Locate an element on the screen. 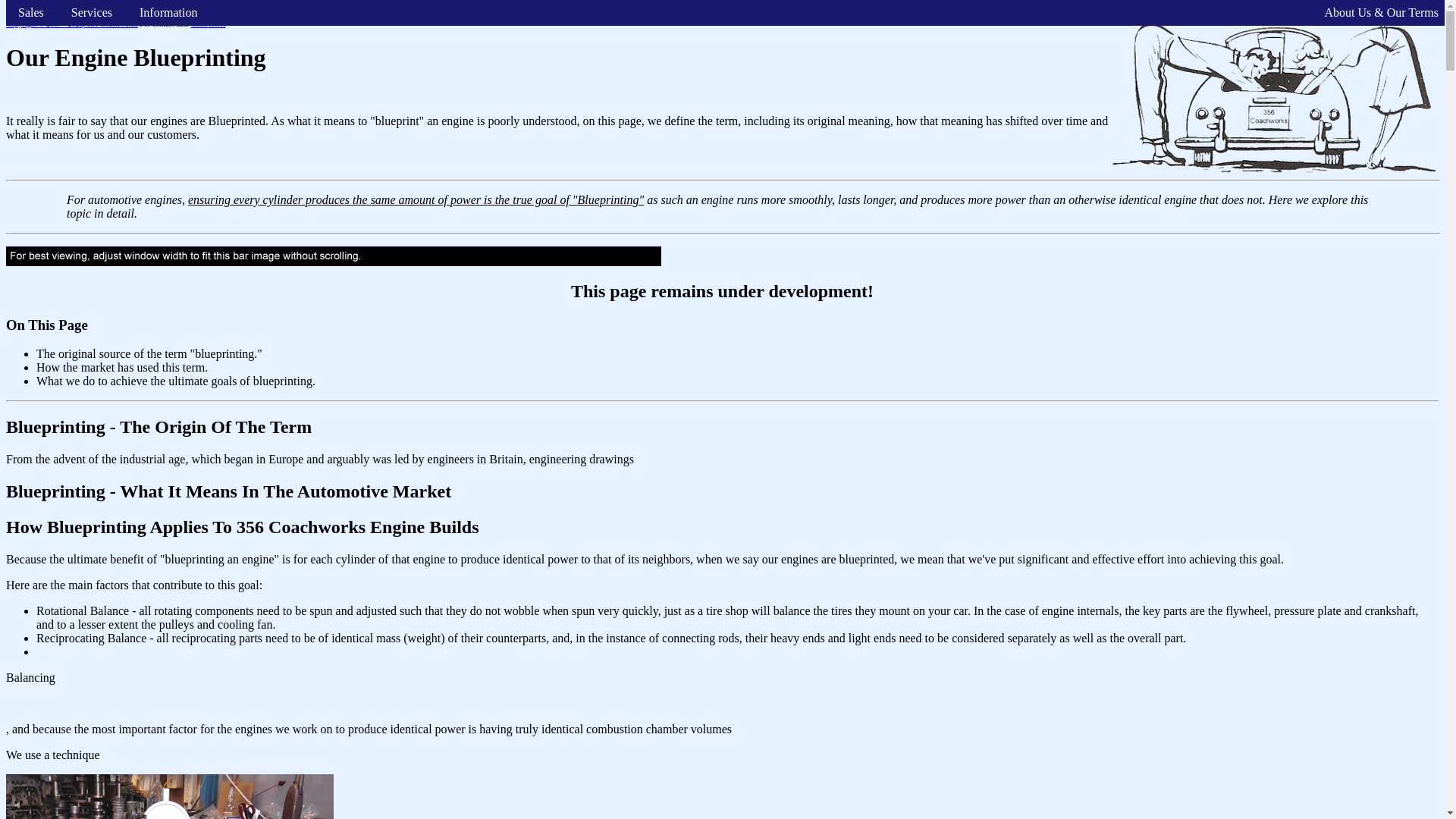  'About Us & Our Terms' is located at coordinates (1381, 12).